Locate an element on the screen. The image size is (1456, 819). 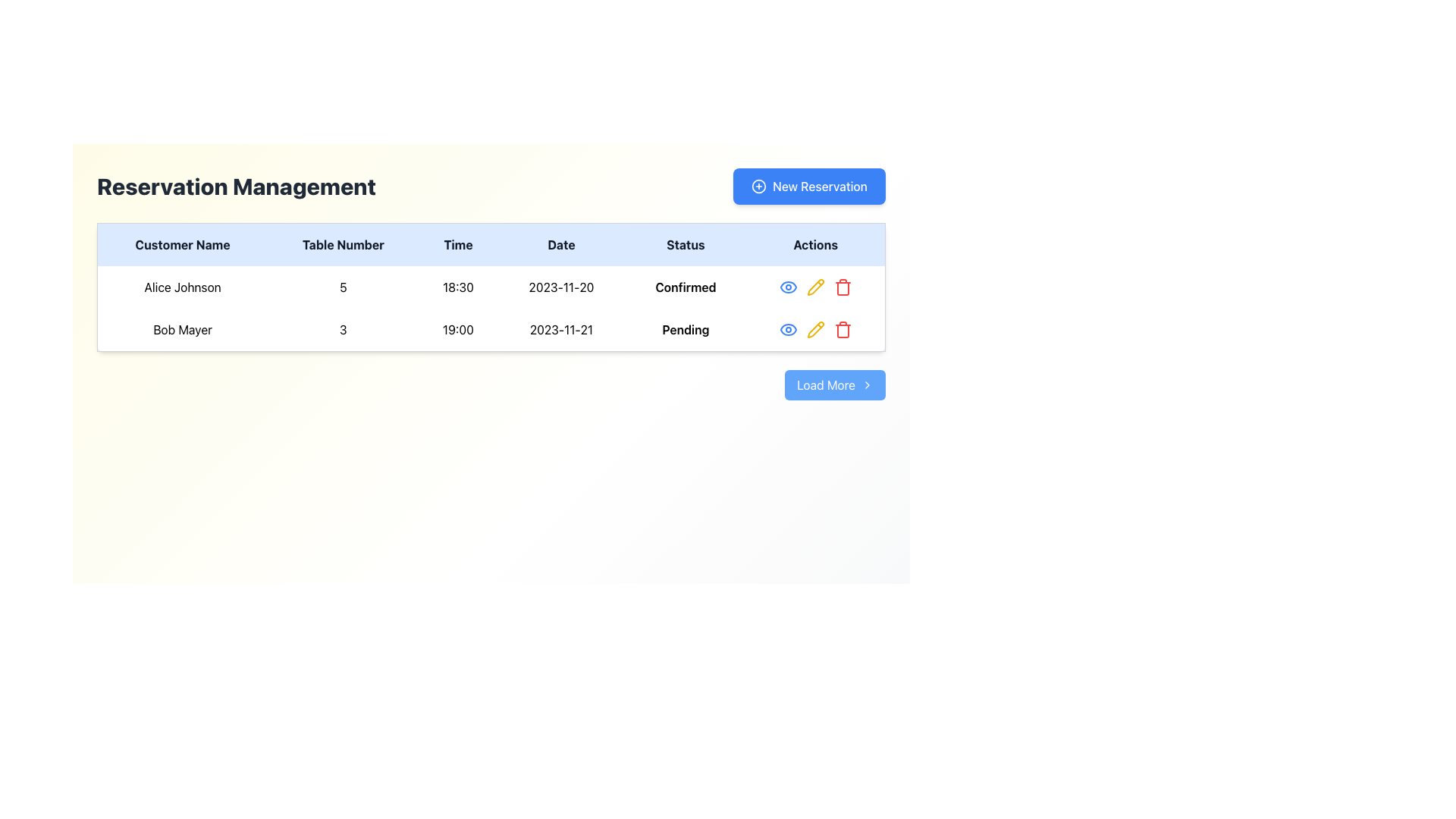
the 'Customer Name' text label, which is styled in bold black text on a light blue background and located in the leftmost column of the table header row is located at coordinates (182, 243).